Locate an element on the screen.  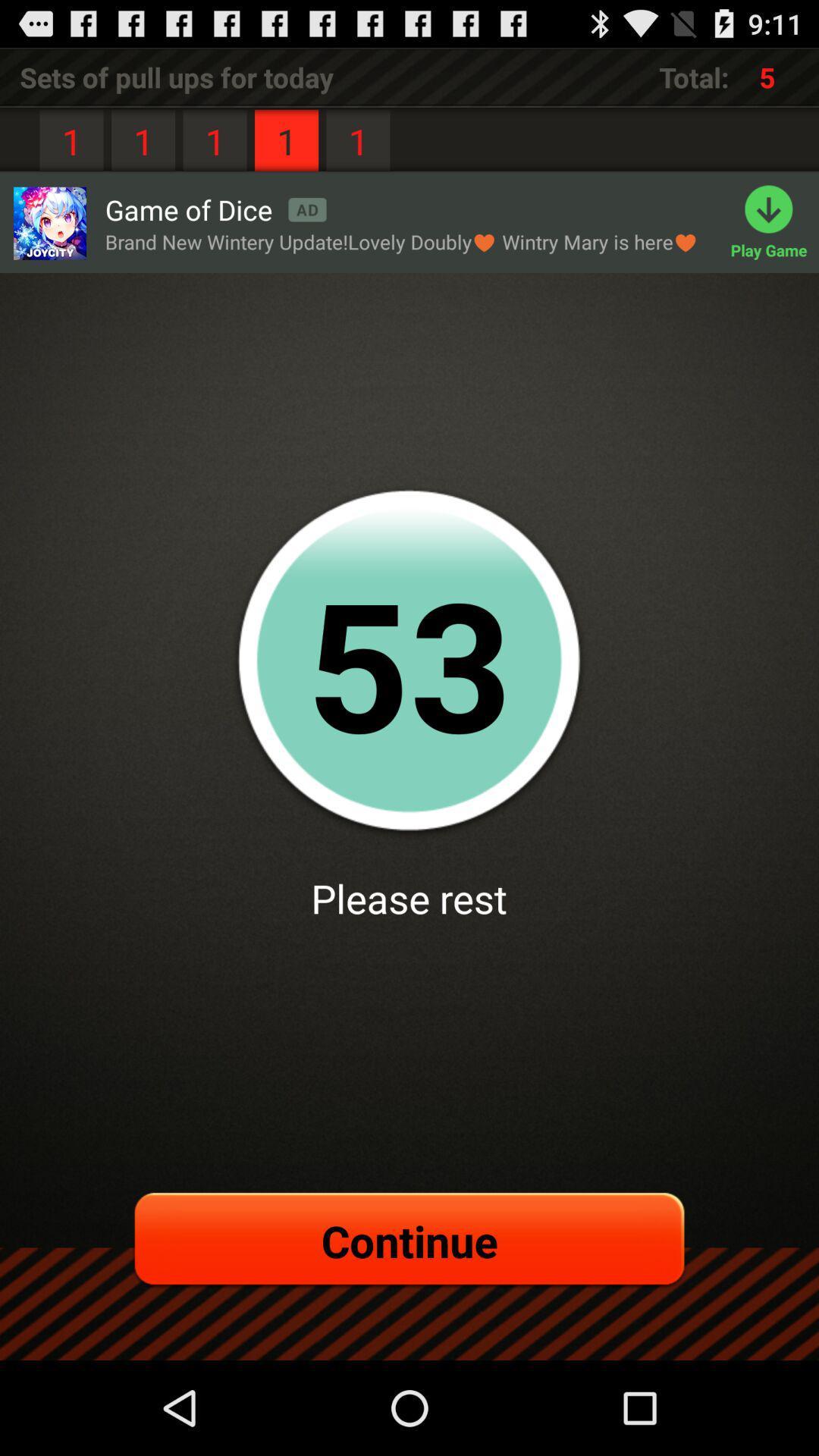
the app to the left of the play game icon is located at coordinates (215, 209).